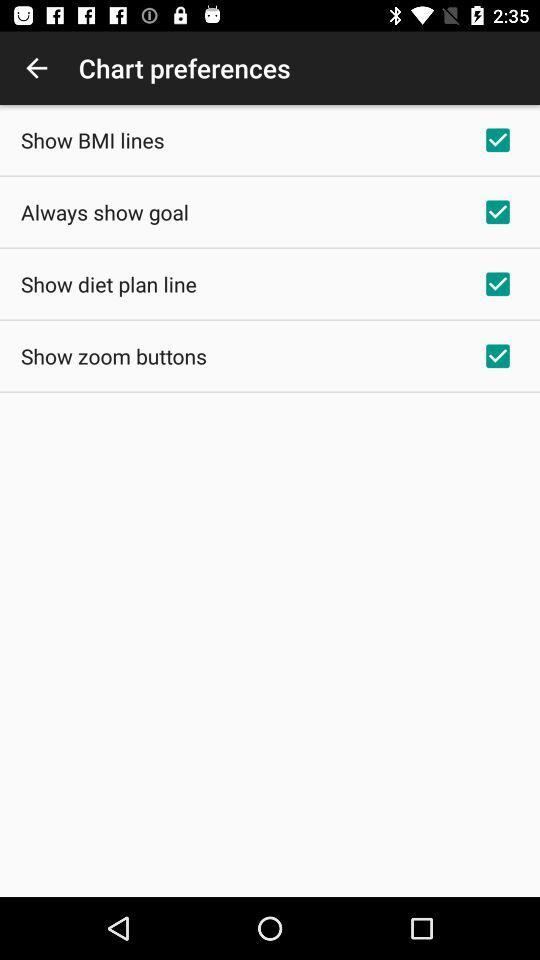 Image resolution: width=540 pixels, height=960 pixels. I want to click on the item above show zoom buttons icon, so click(108, 283).